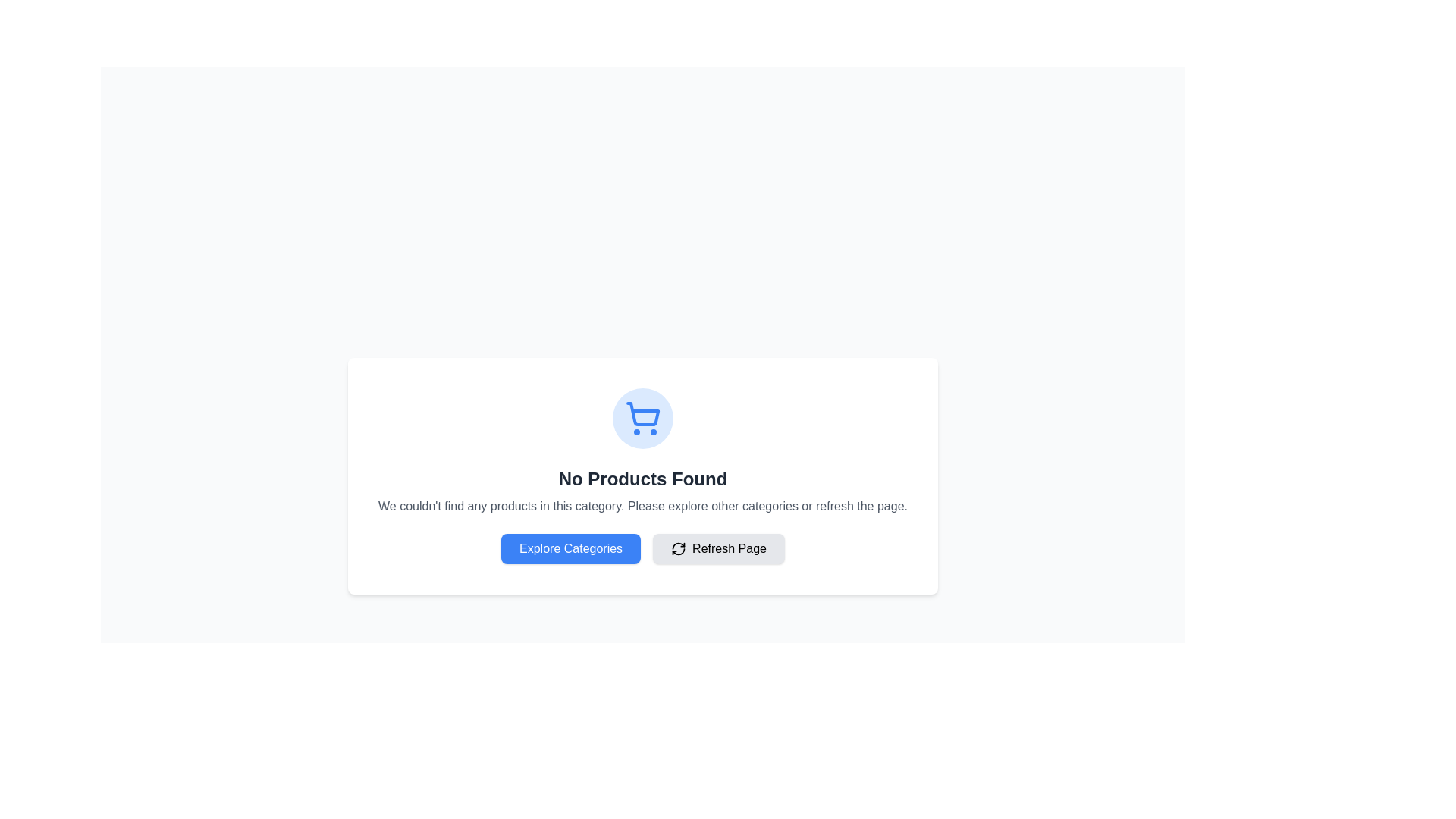  Describe the element at coordinates (678, 549) in the screenshot. I see `the circular refresh icon located on the left edge of the 'Refresh Page' button, which is styled with a light gray background and rounded corners` at that location.